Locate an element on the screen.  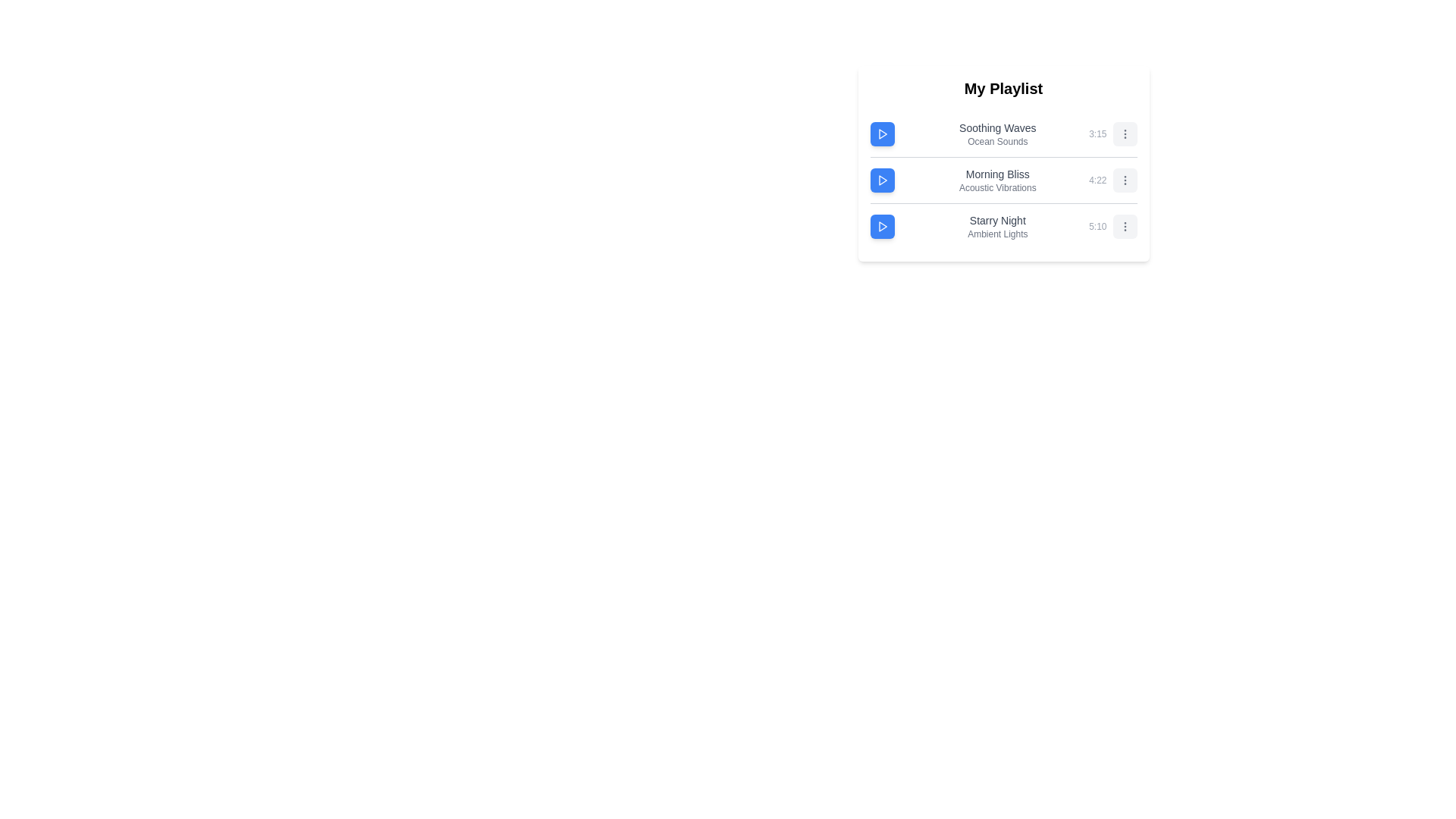
the static text label displaying '5:10', which indicates the duration of the 'Starry Night' track in the 'My Playlist' list is located at coordinates (1097, 227).